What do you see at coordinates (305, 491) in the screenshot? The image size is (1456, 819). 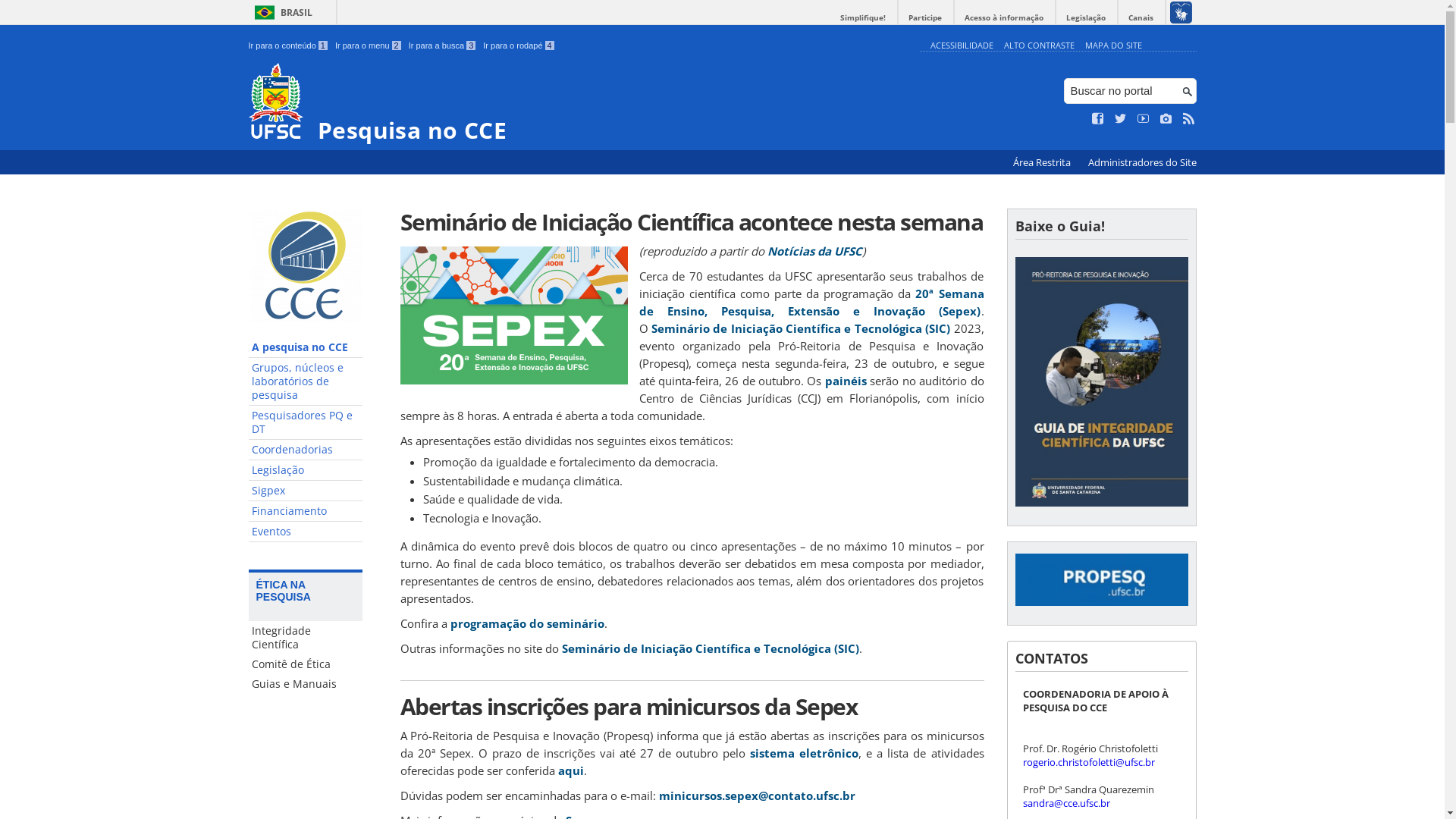 I see `'Sigpex'` at bounding box center [305, 491].